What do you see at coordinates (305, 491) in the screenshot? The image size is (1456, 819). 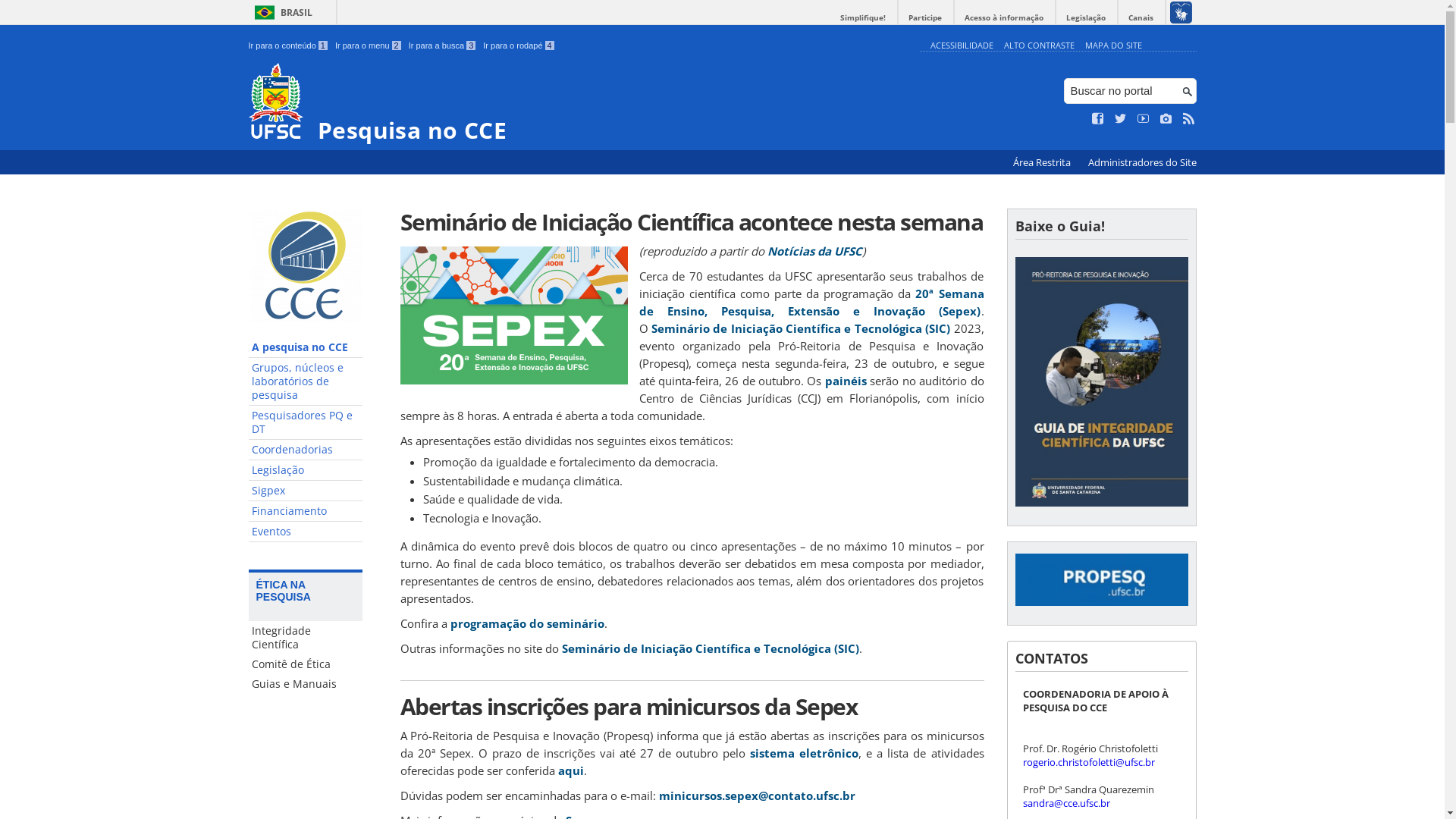 I see `'Sigpex'` at bounding box center [305, 491].